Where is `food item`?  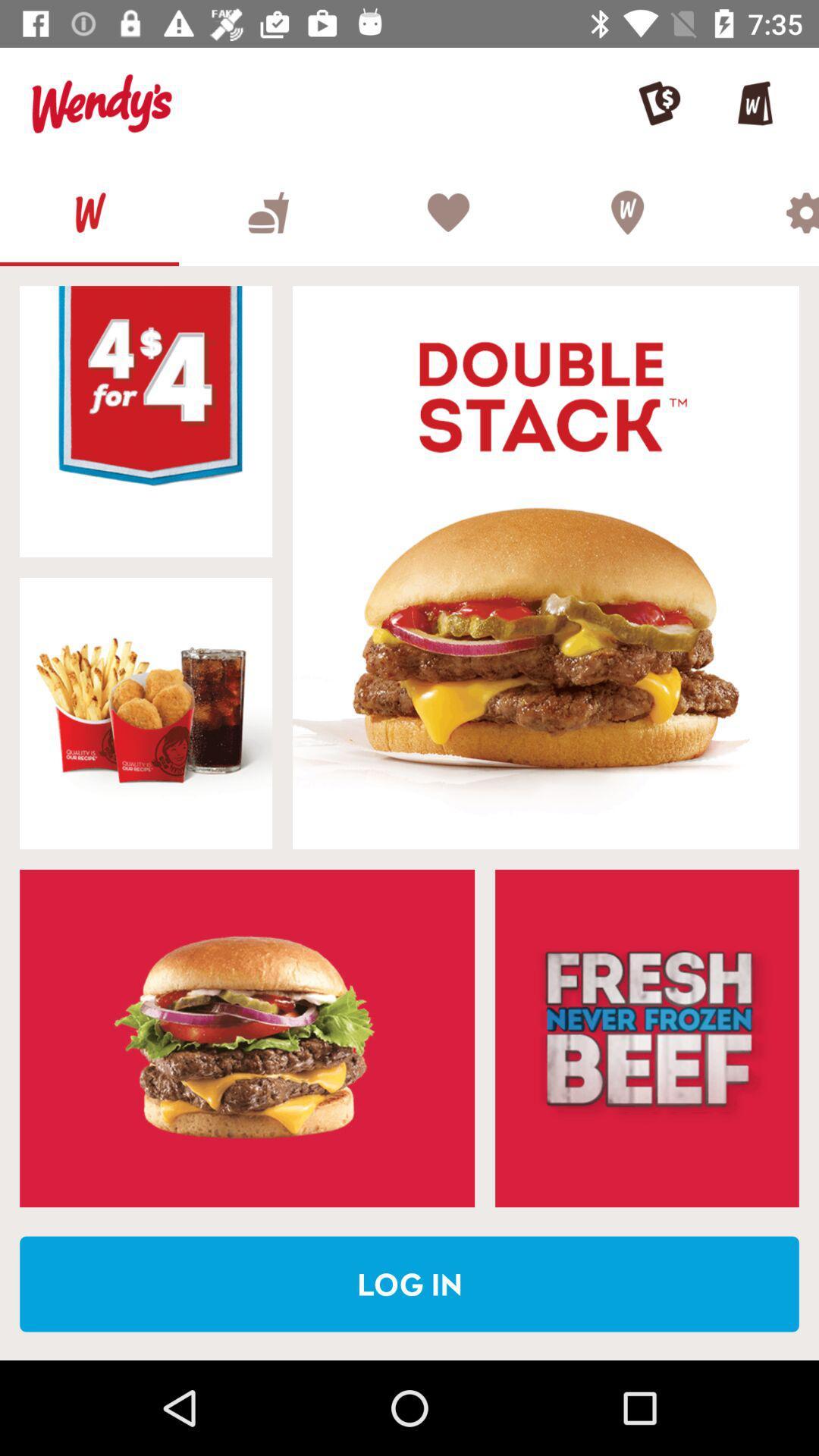 food item is located at coordinates (146, 422).